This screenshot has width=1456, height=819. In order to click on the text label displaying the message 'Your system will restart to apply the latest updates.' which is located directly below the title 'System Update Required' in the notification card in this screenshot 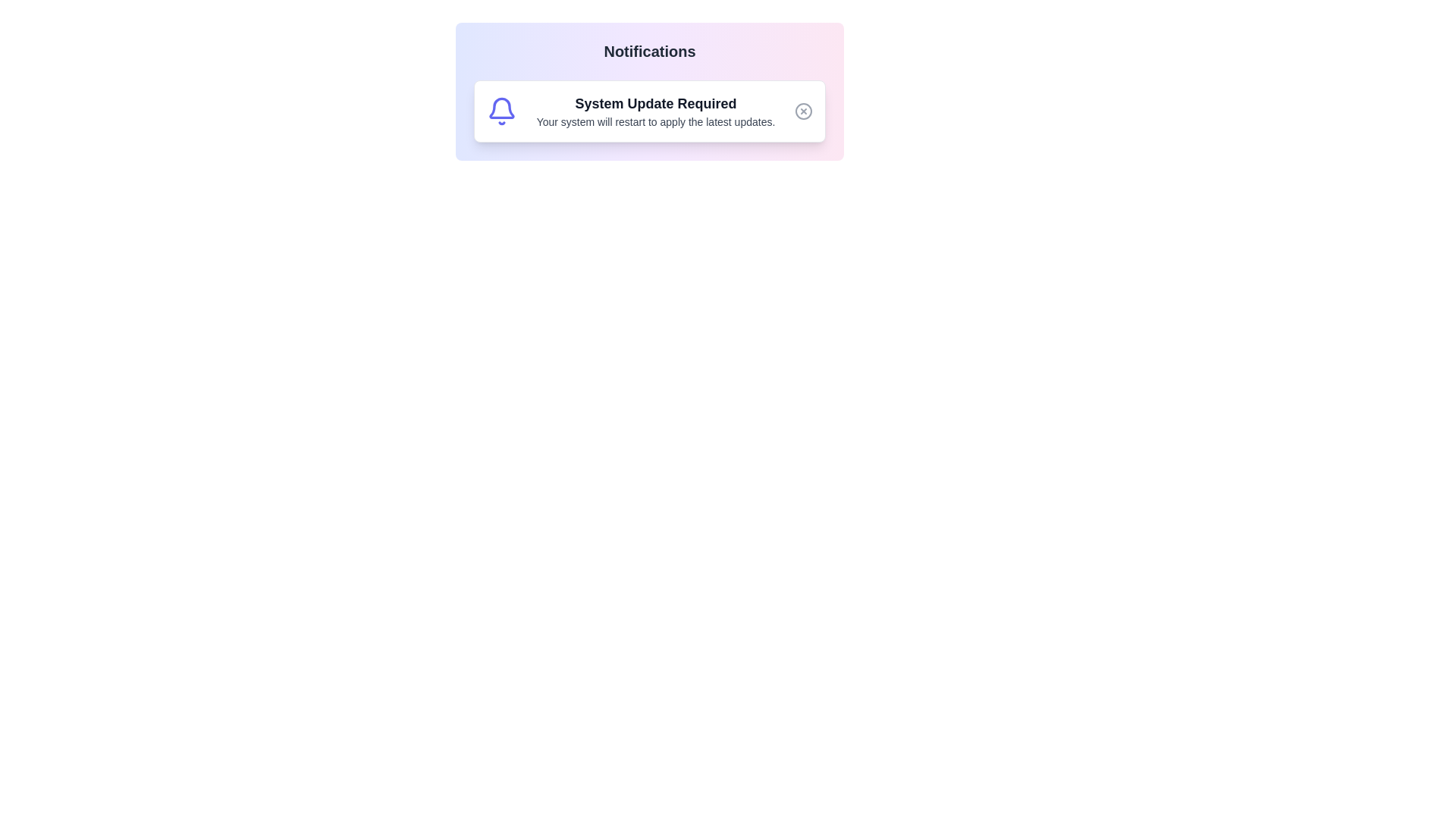, I will do `click(655, 121)`.